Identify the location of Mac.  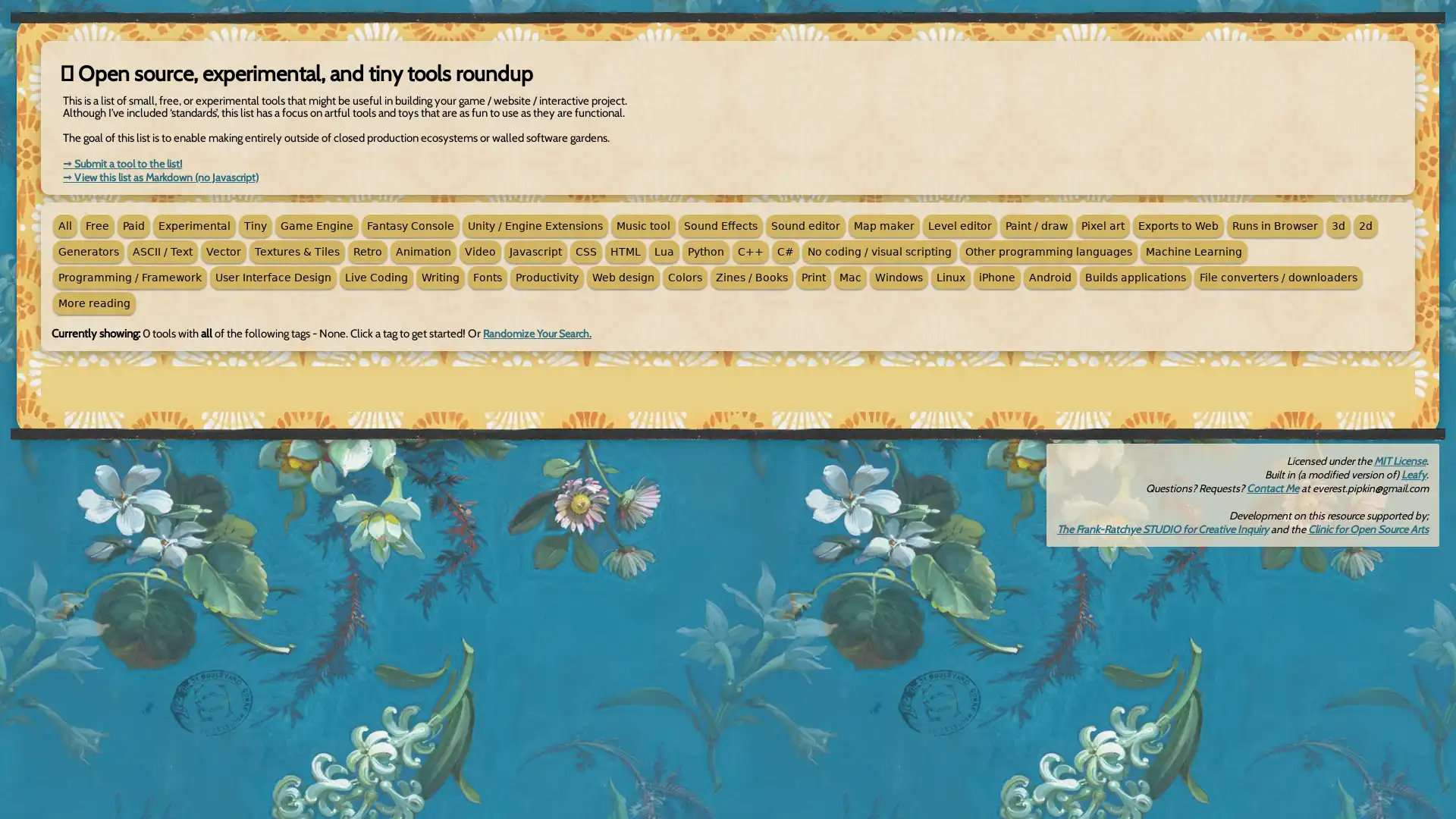
(850, 278).